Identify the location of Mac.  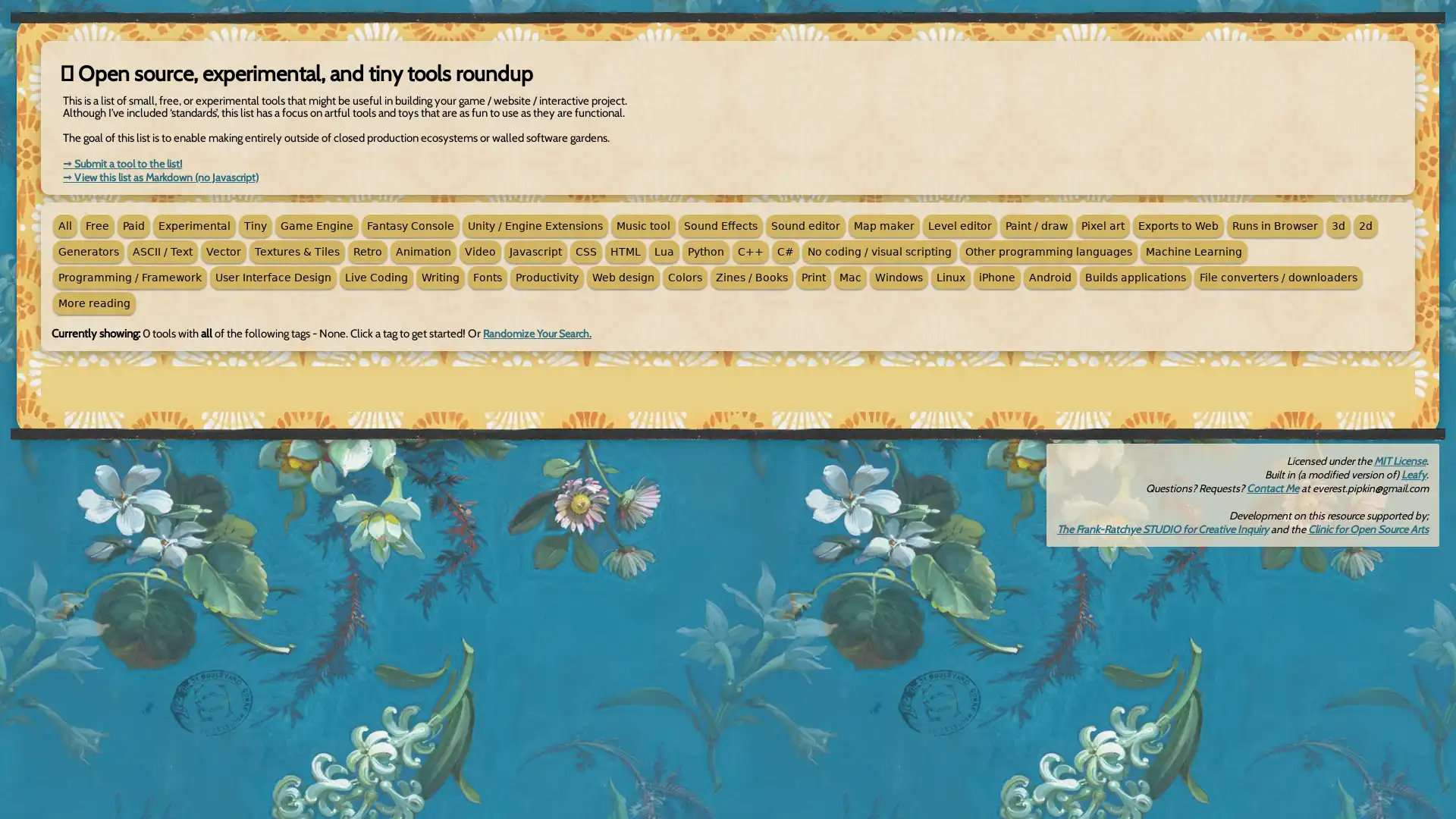
(850, 278).